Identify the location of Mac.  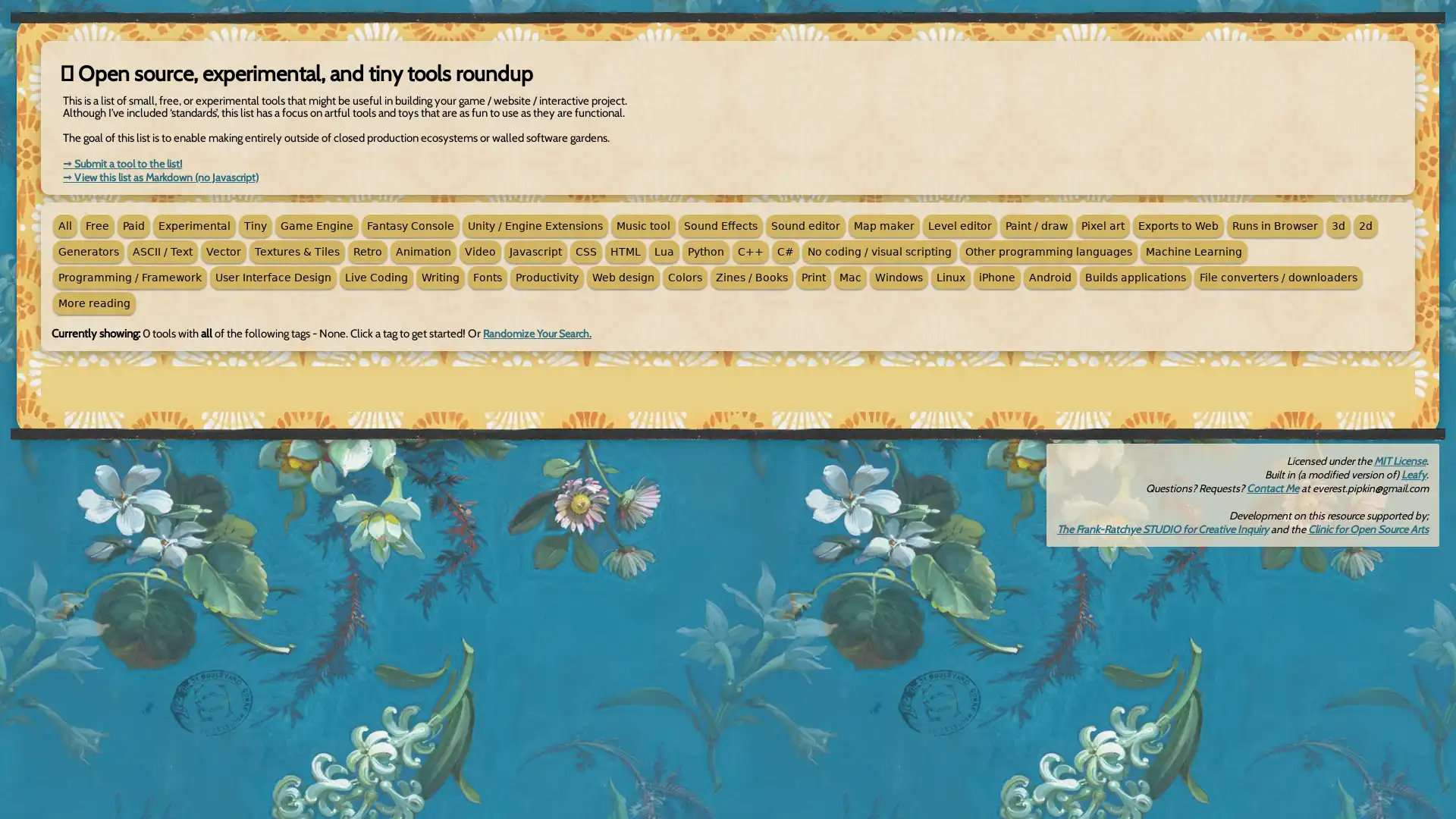
(850, 278).